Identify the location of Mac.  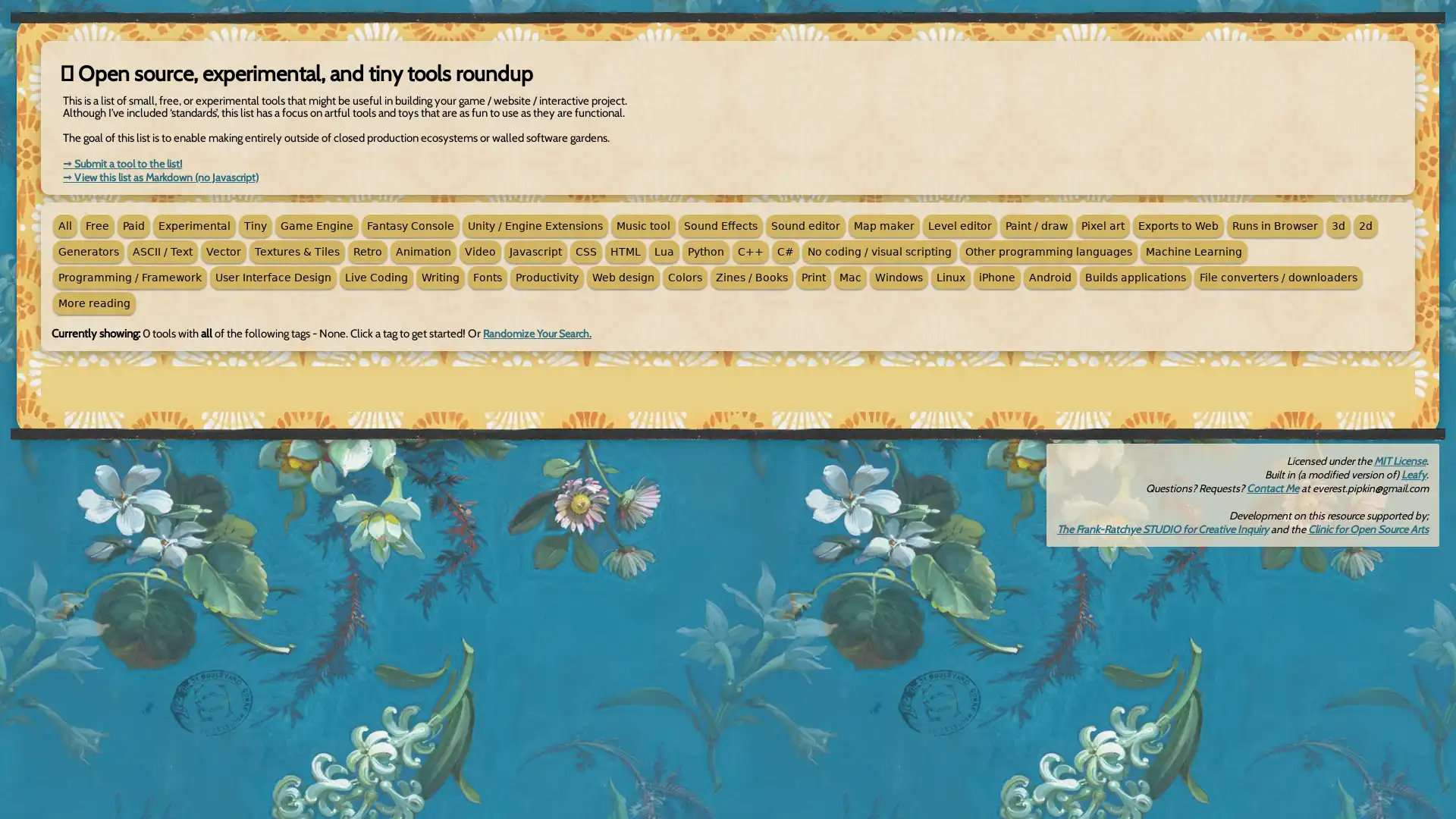
(850, 278).